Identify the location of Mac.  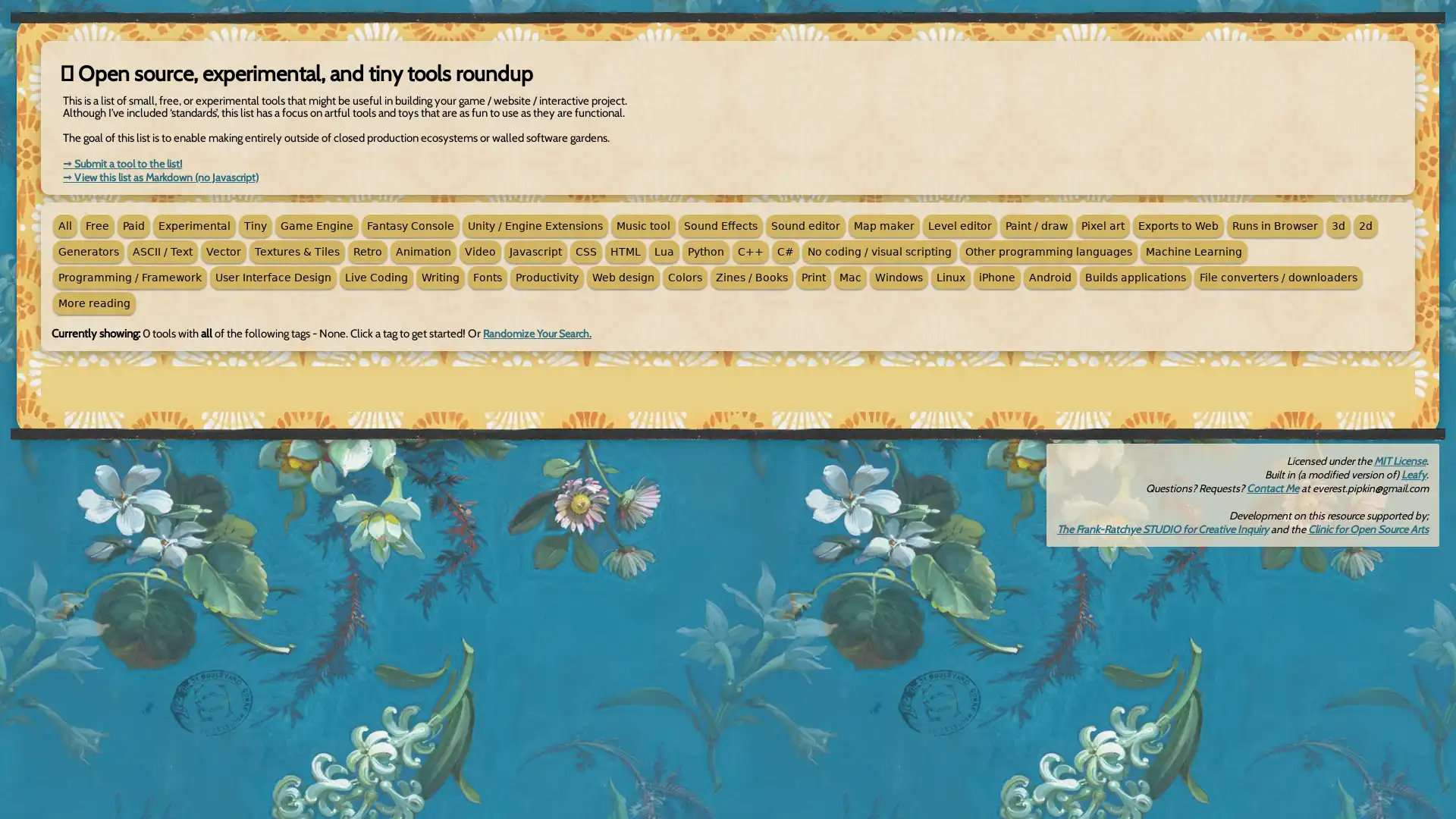
(850, 278).